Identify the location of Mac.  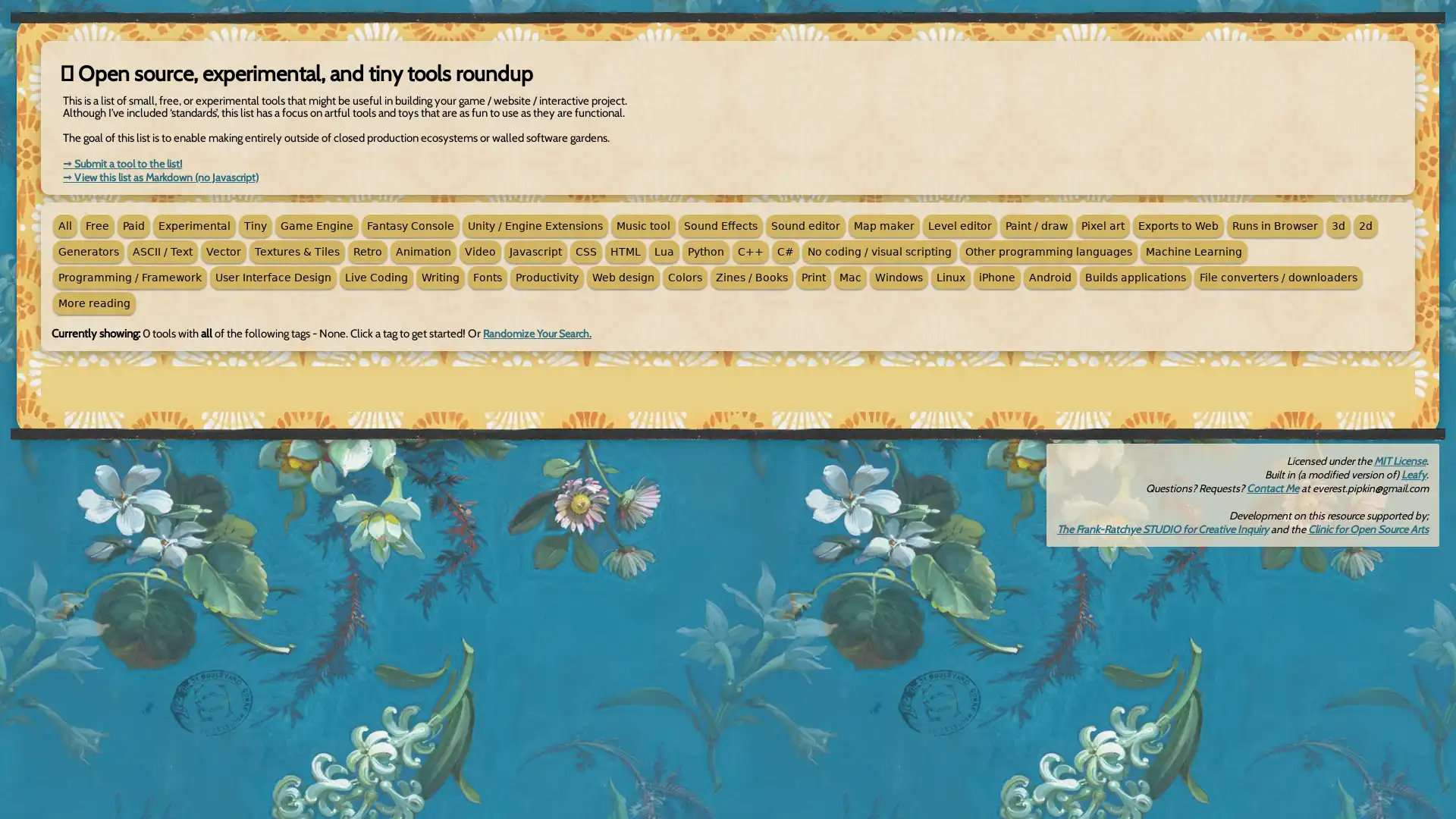
(850, 278).